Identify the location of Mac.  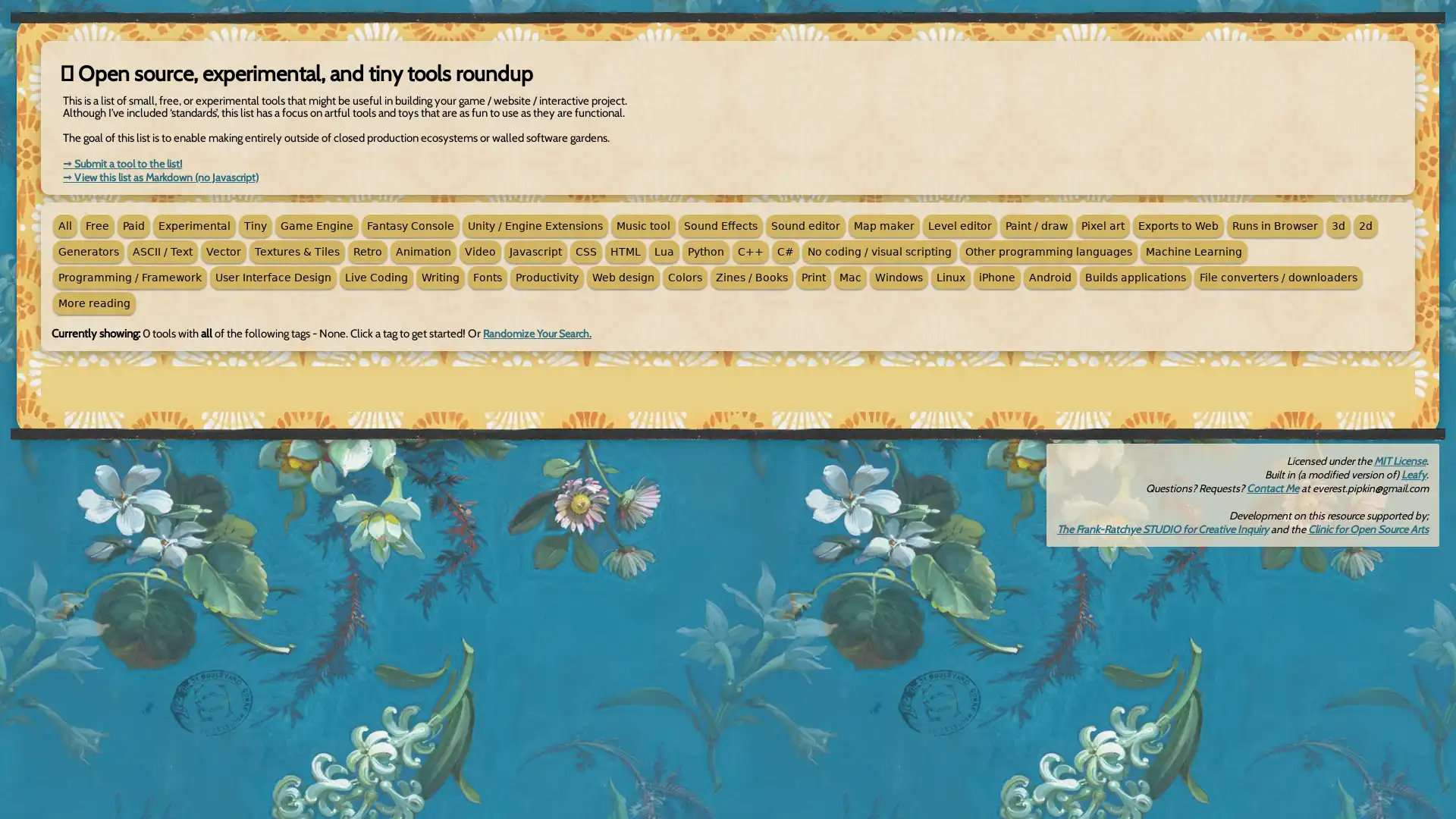
(850, 278).